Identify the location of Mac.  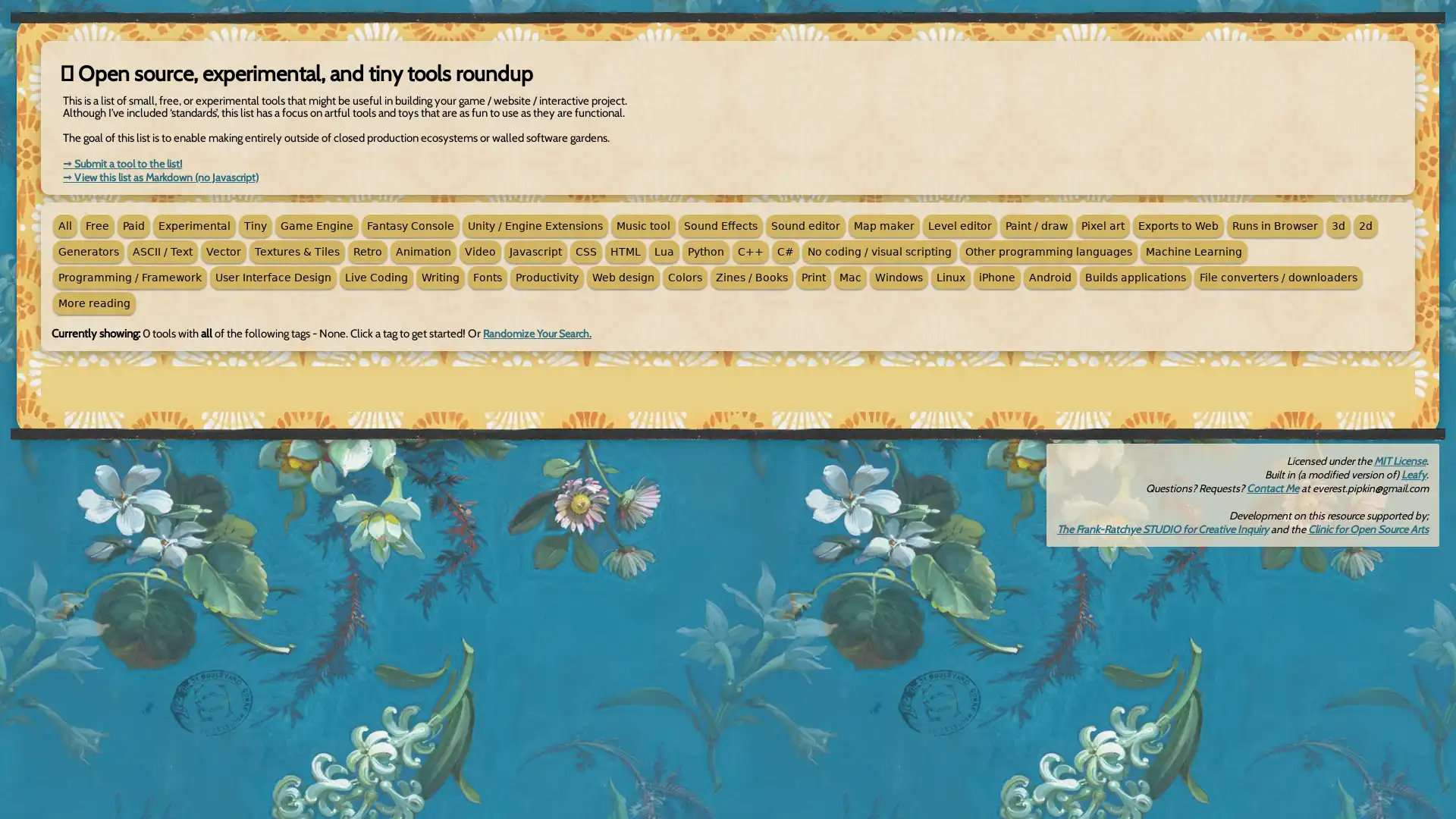
(850, 278).